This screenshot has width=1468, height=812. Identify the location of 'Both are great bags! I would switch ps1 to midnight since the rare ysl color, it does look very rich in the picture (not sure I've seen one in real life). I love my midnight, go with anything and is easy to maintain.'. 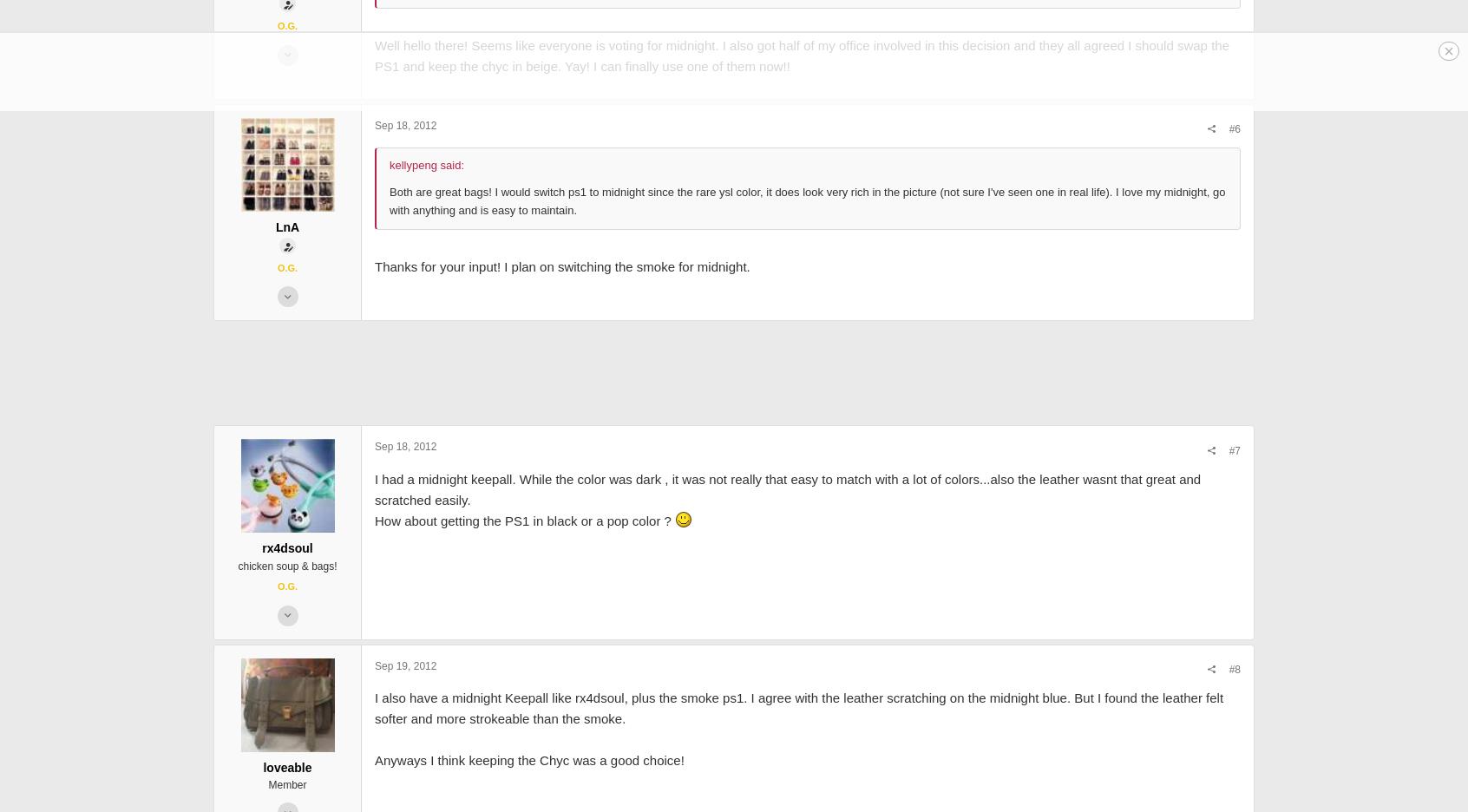
(661, 324).